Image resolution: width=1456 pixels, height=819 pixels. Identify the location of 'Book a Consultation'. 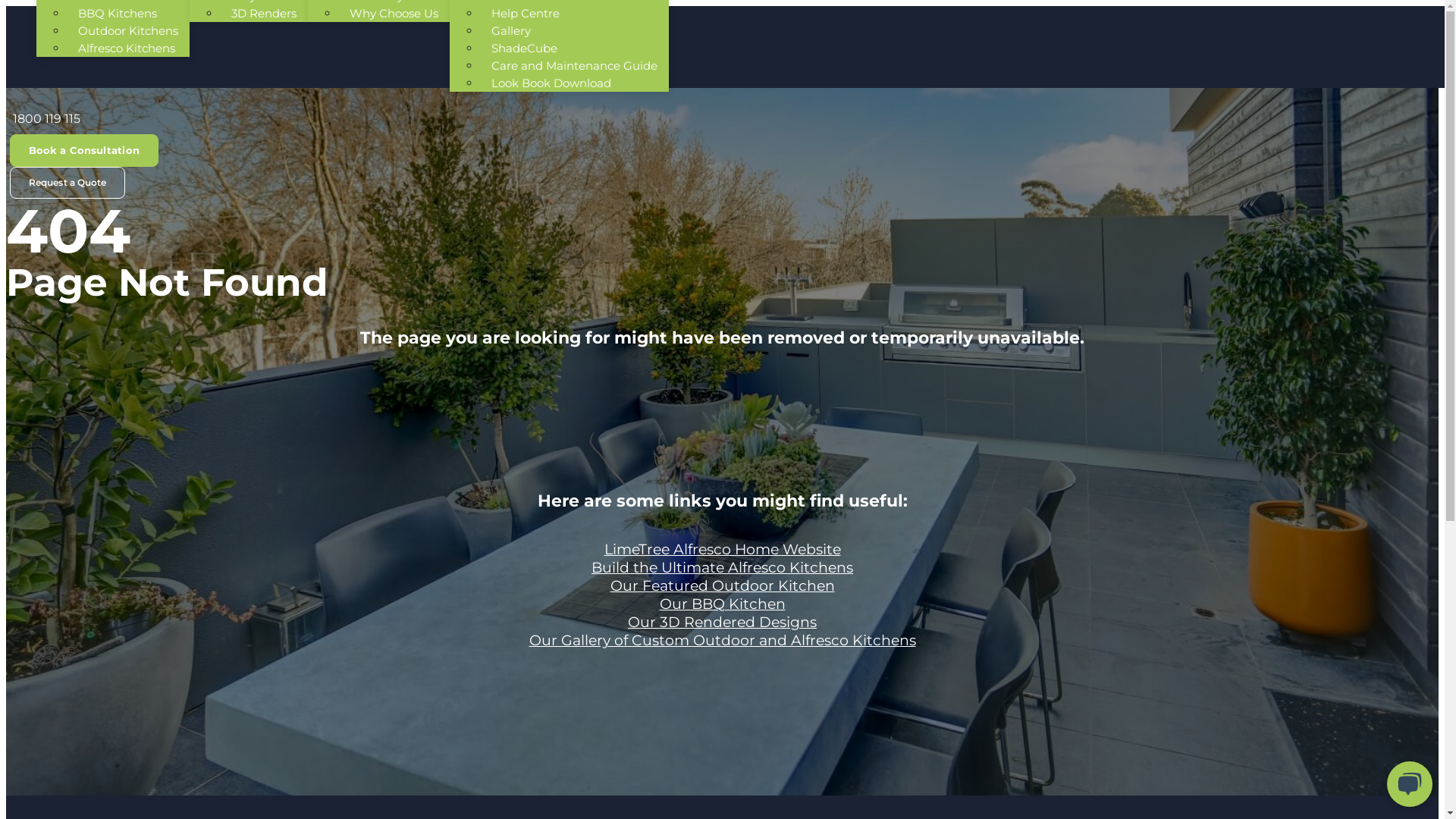
(83, 150).